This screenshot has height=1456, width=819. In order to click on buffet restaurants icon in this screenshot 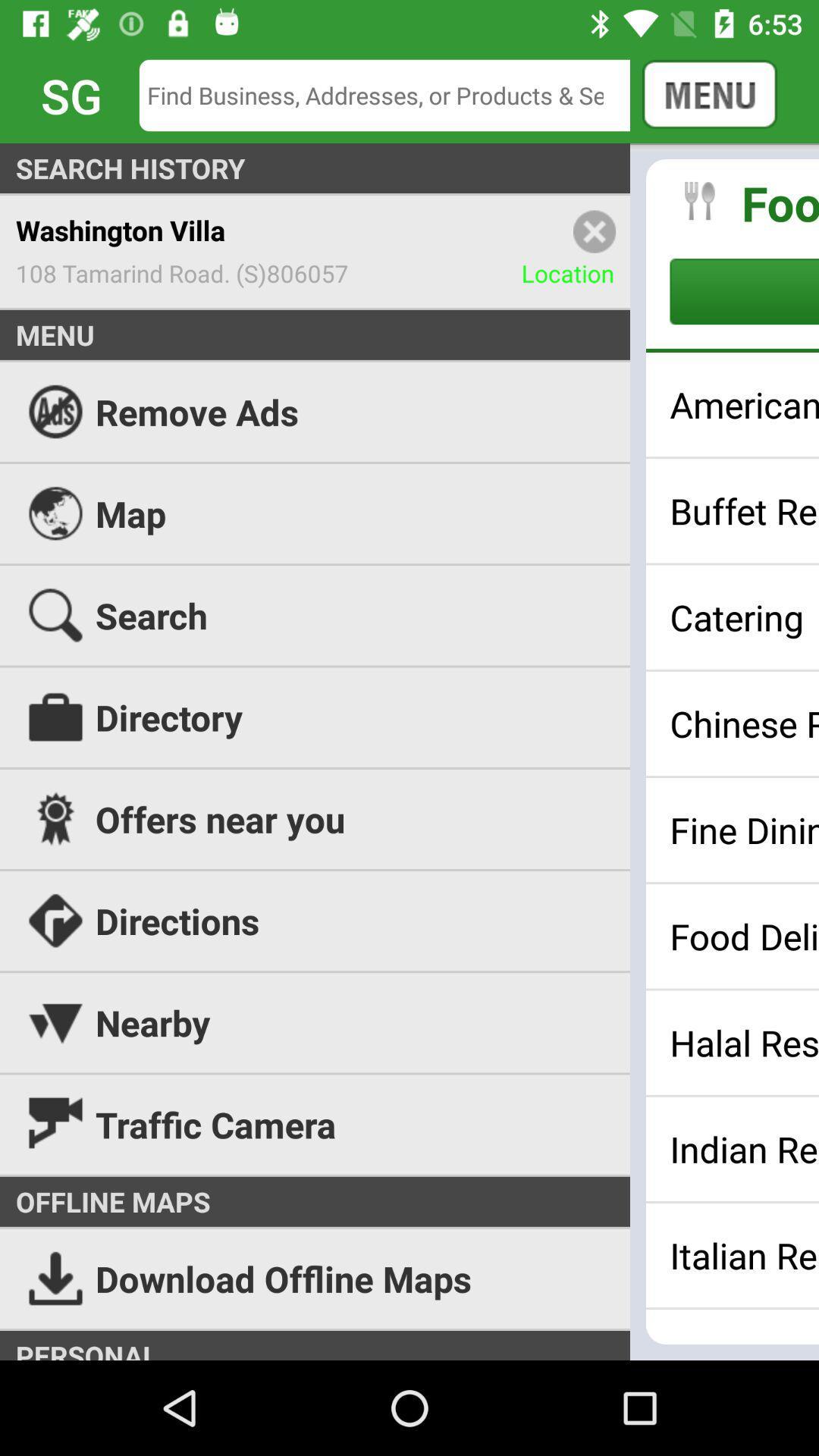, I will do `click(743, 510)`.